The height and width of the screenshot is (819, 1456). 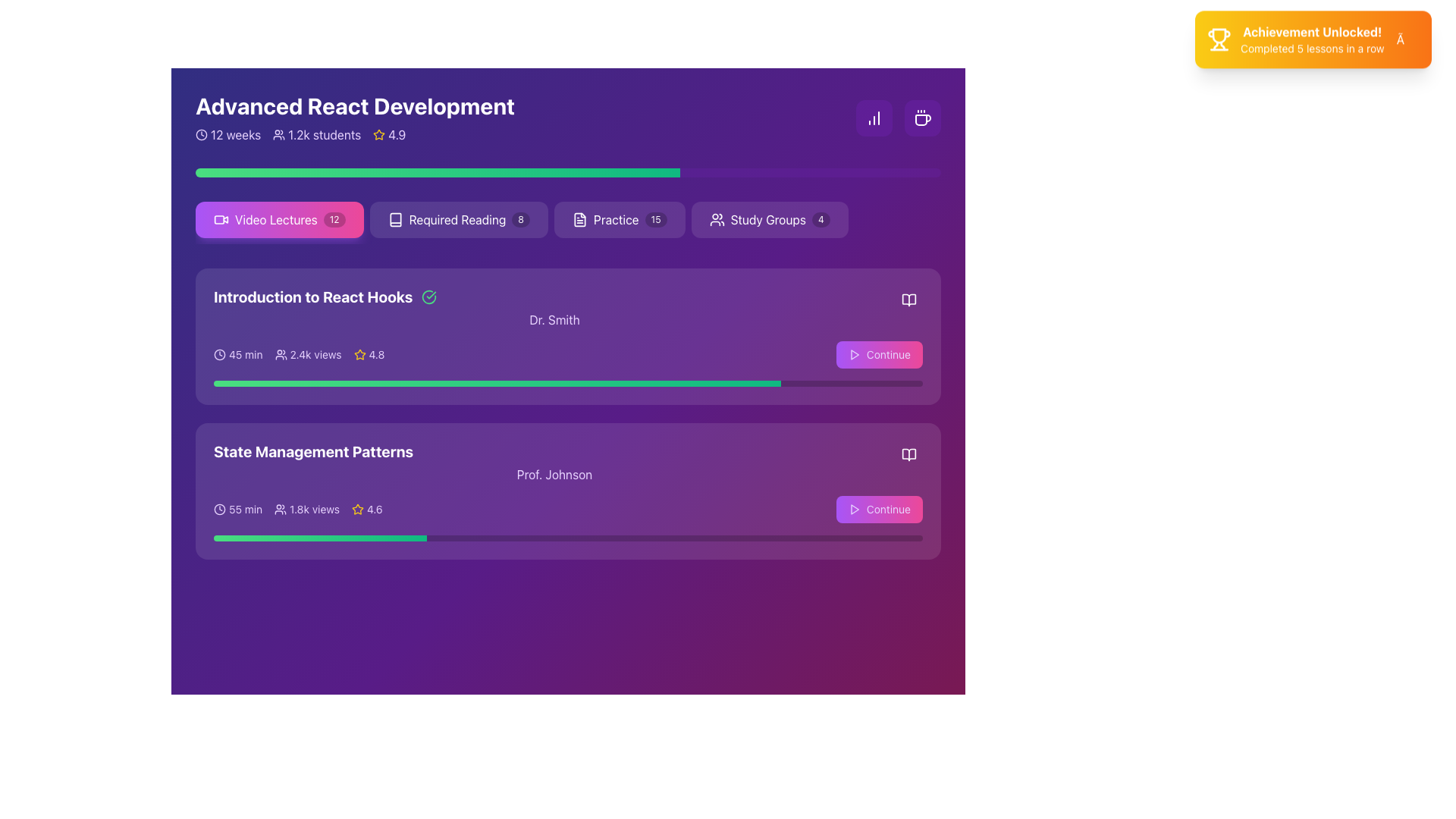 What do you see at coordinates (237, 354) in the screenshot?
I see `the Label with a clock icon and the text '45 min', which is located in the 'Introduction to React Hooks' section, positioned to the left of '2.4k views' and '4.8'` at bounding box center [237, 354].